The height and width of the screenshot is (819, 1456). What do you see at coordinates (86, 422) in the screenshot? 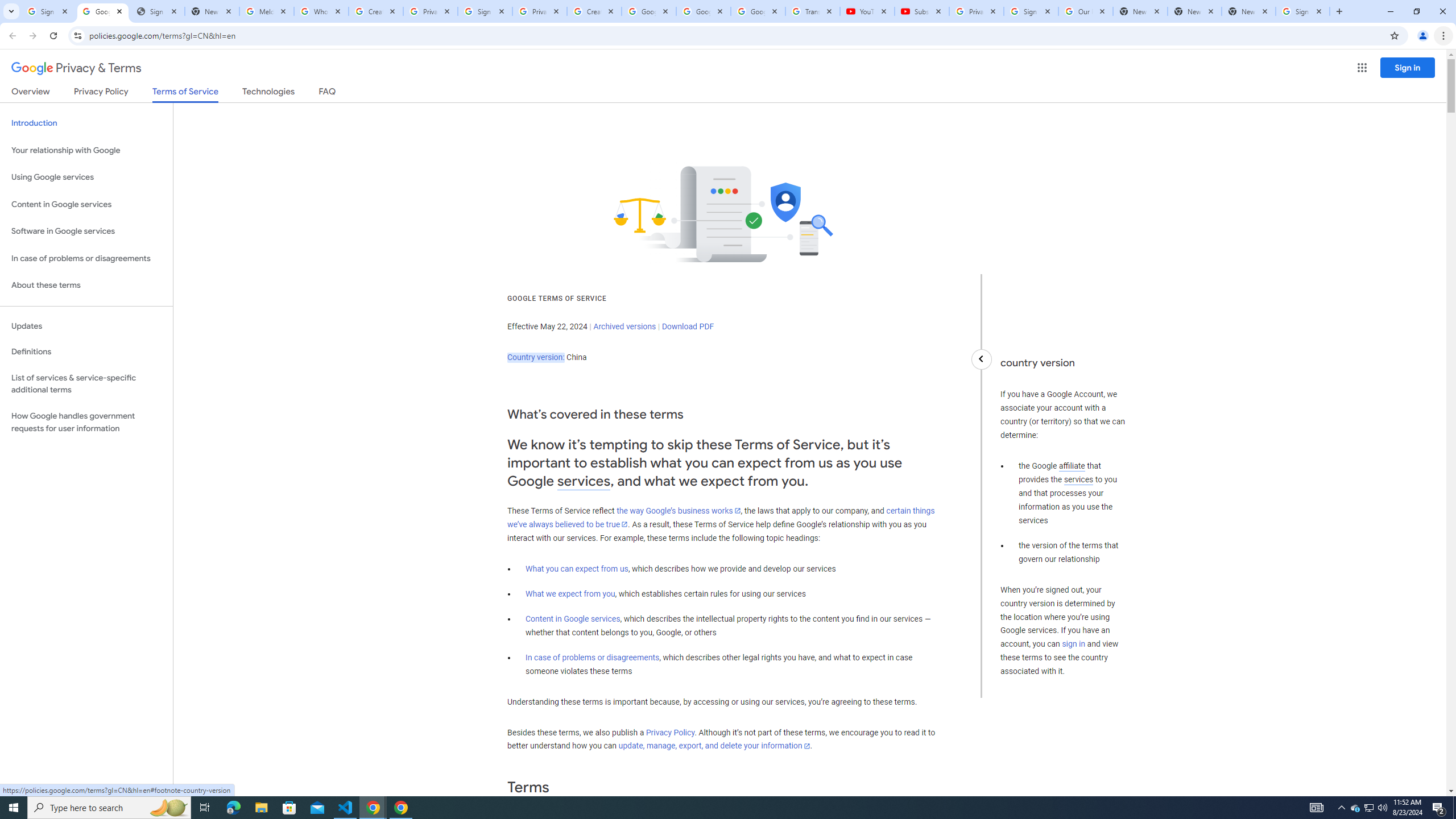
I see `'How Google handles government requests for user information'` at bounding box center [86, 422].